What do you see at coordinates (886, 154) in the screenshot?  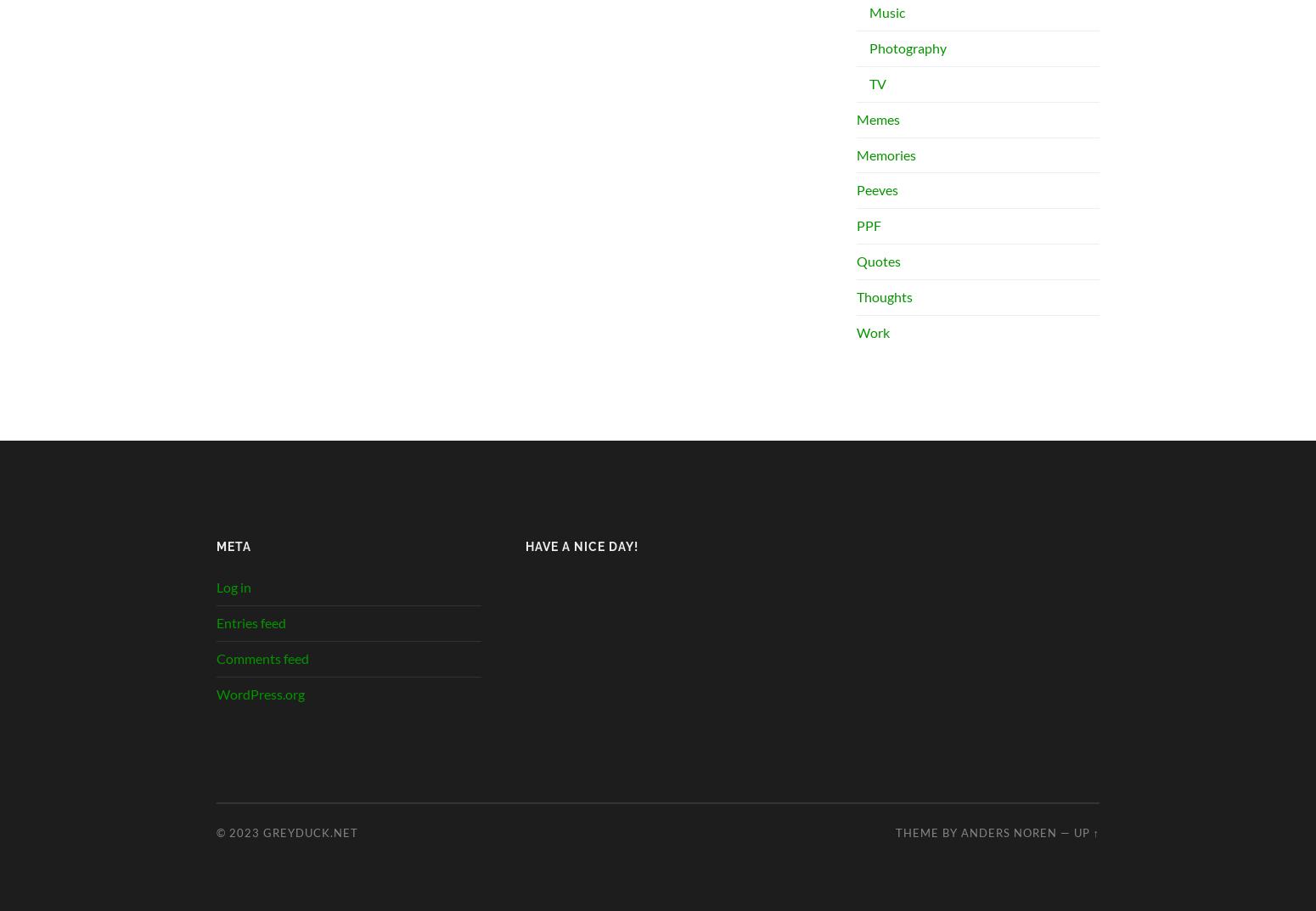 I see `'Memories'` at bounding box center [886, 154].